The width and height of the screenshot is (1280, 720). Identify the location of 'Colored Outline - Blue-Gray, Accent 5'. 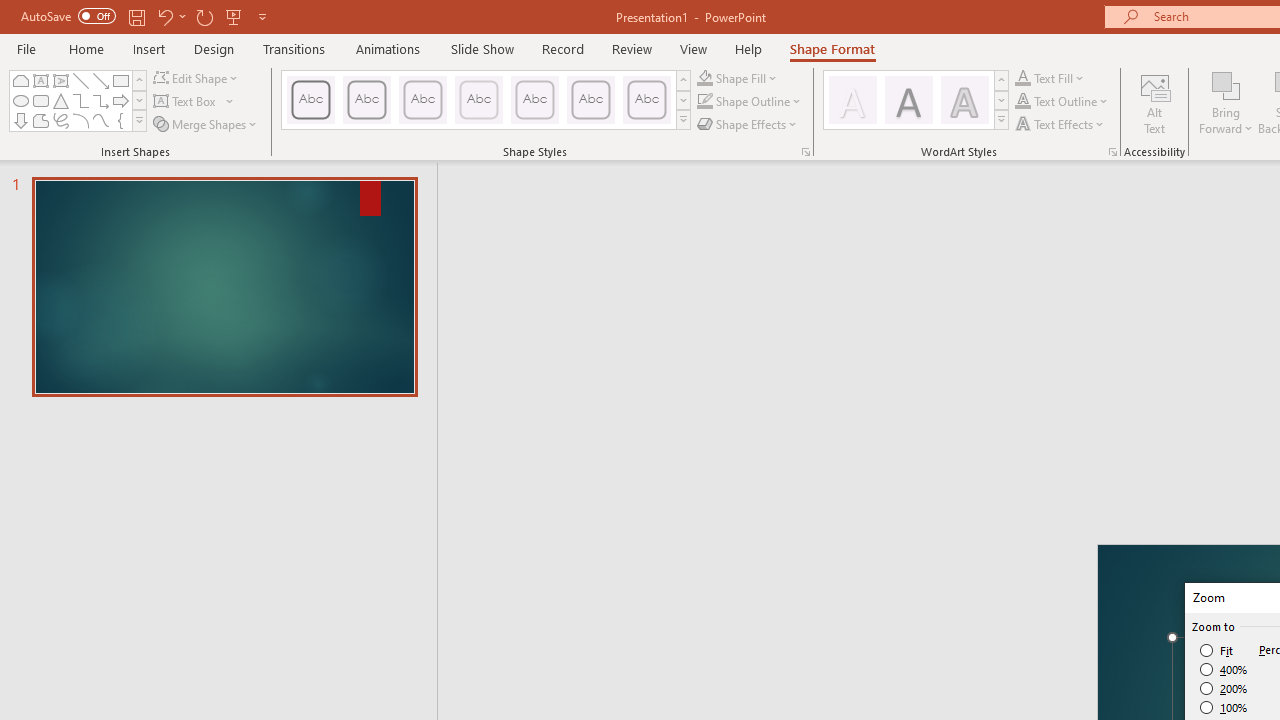
(590, 100).